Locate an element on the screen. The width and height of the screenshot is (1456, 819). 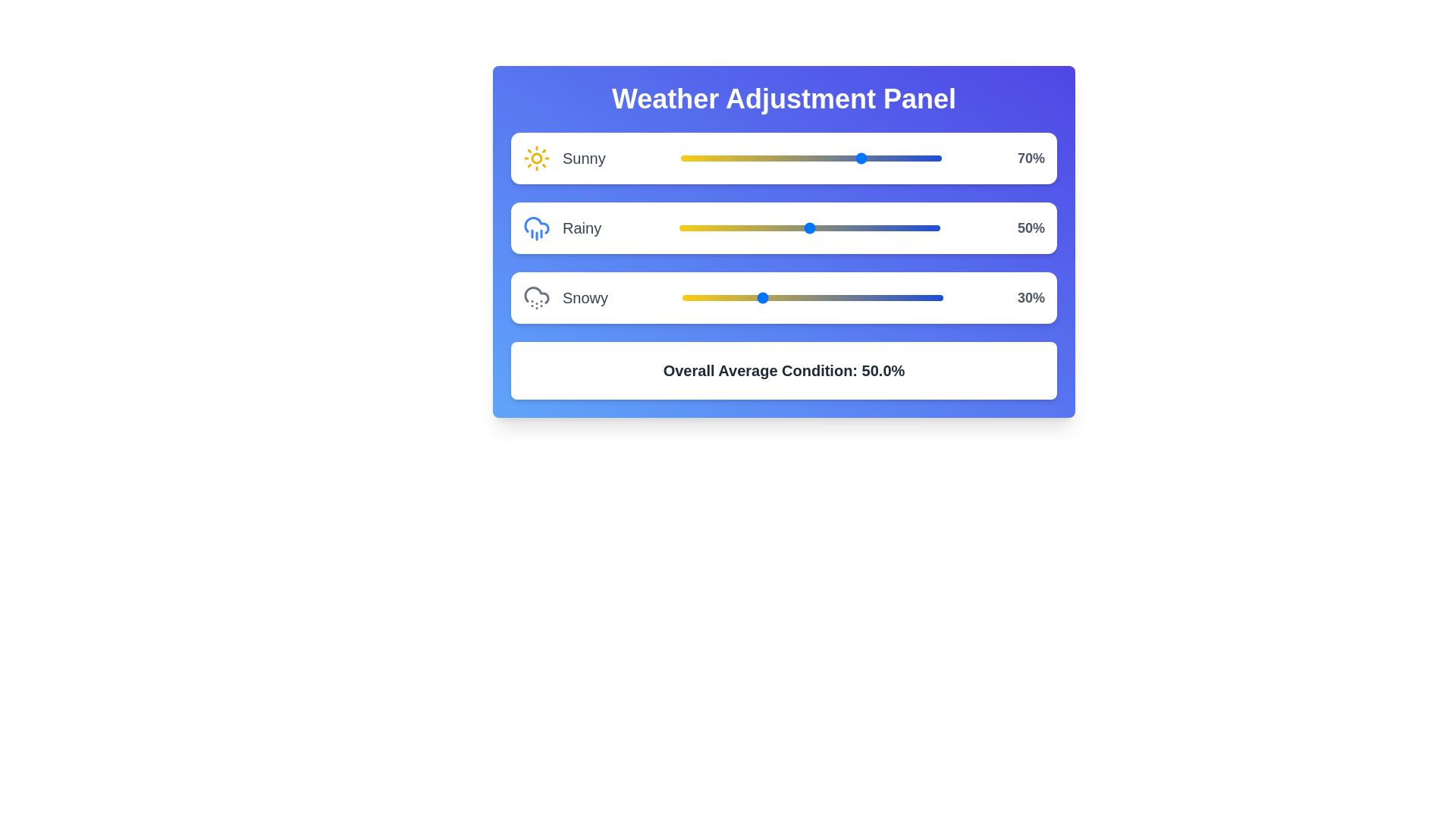
the 'Rainy' weather condition text label in the second row of the weather adjustment panel is located at coordinates (581, 227).